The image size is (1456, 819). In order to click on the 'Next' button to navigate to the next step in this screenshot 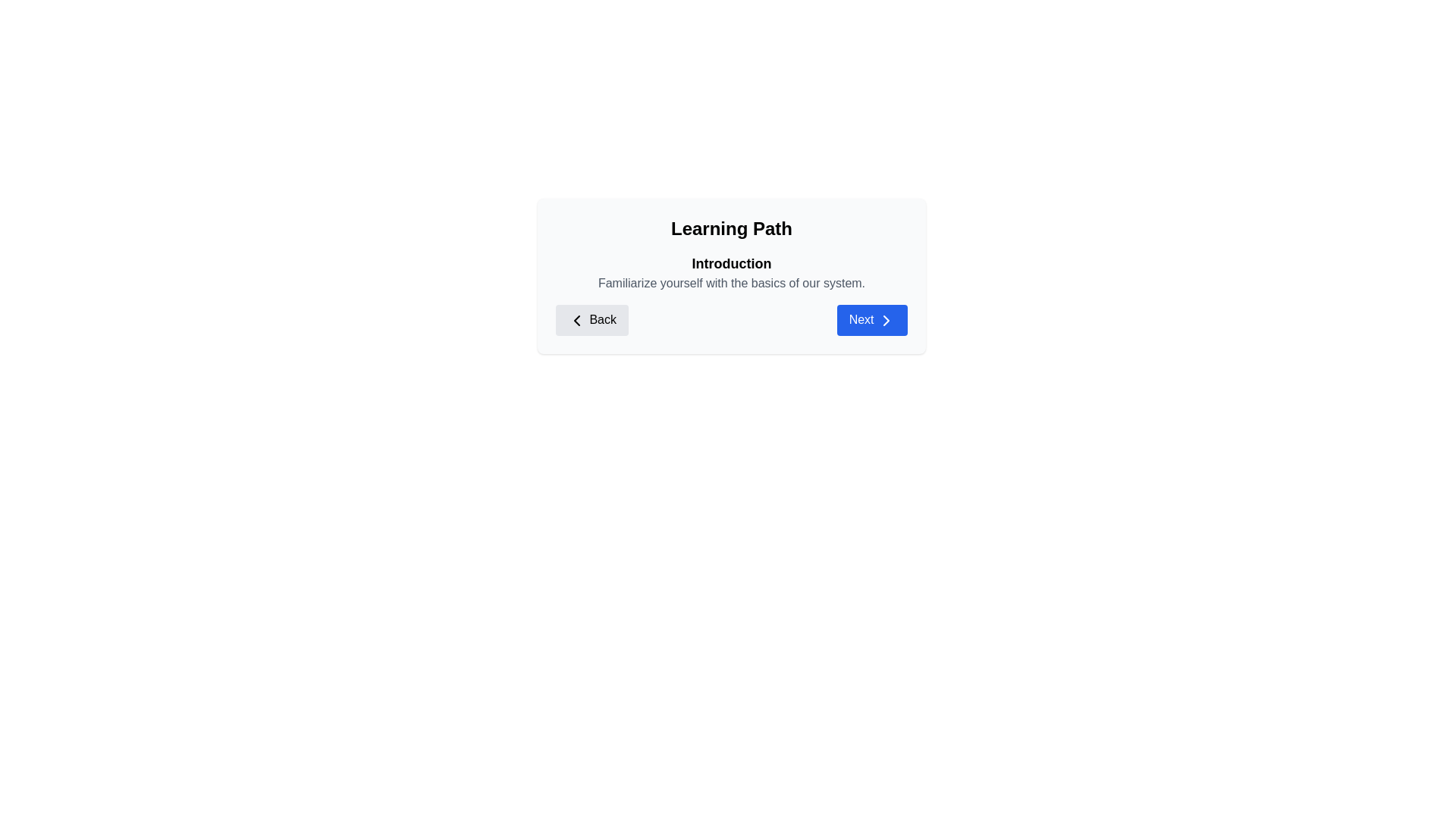, I will do `click(872, 318)`.